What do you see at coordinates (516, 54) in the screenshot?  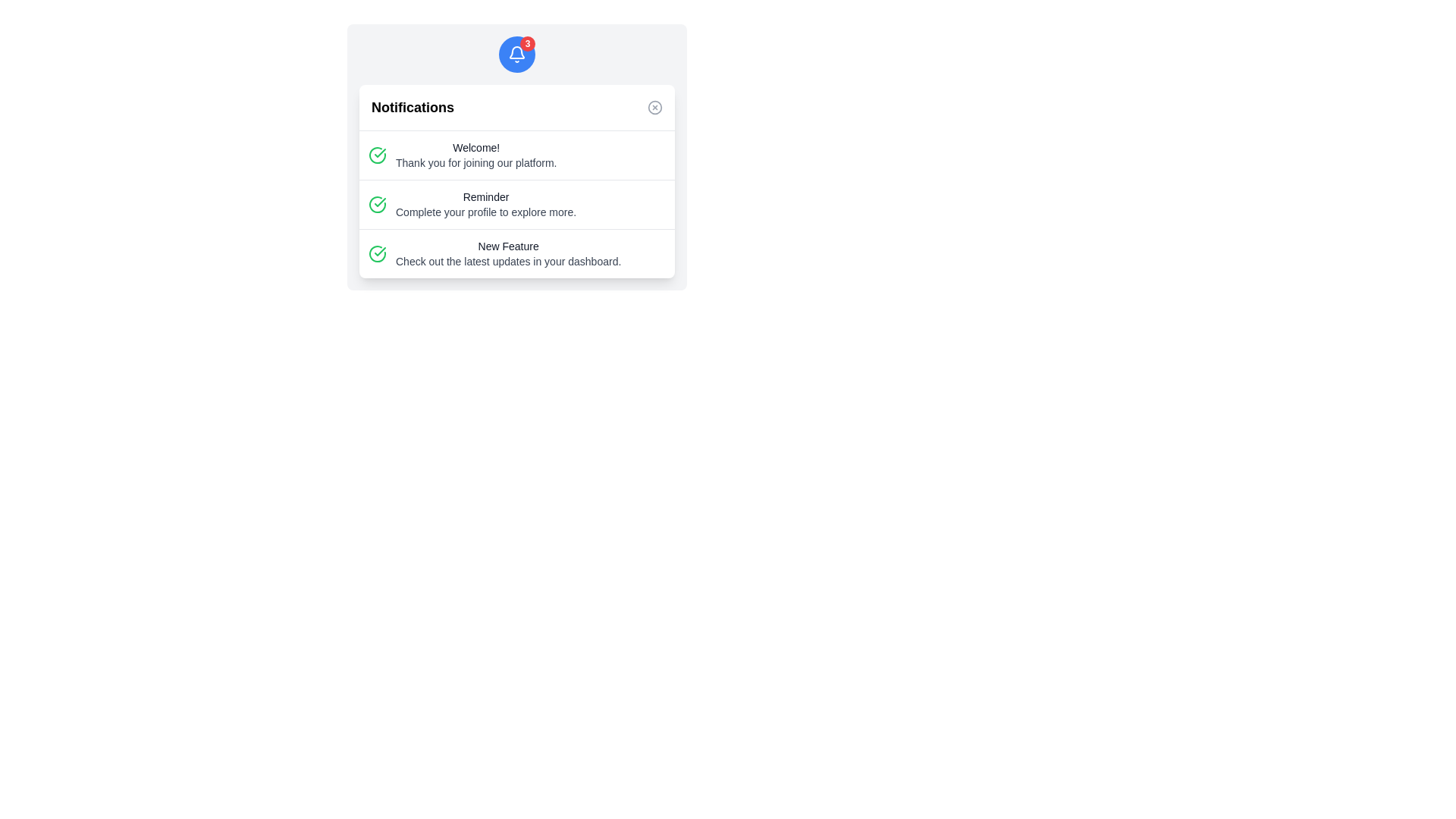 I see `the notification bell icon, which is centered within a circular blue background at the top of the notification card` at bounding box center [516, 54].